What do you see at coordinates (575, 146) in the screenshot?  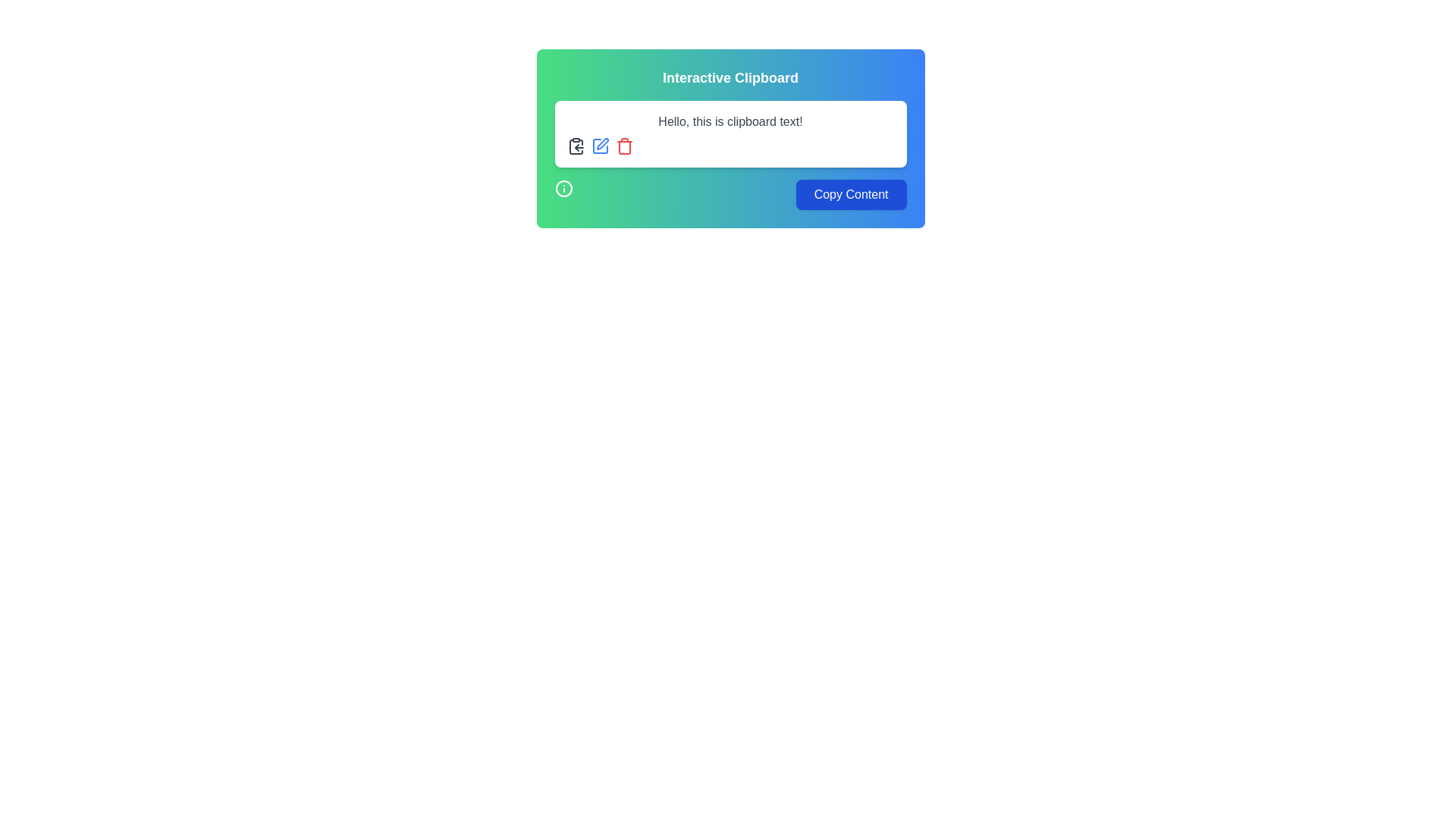 I see `the circular clipboard icon located at the upper-left corner of the content box titled 'Interactive Clipboard'` at bounding box center [575, 146].